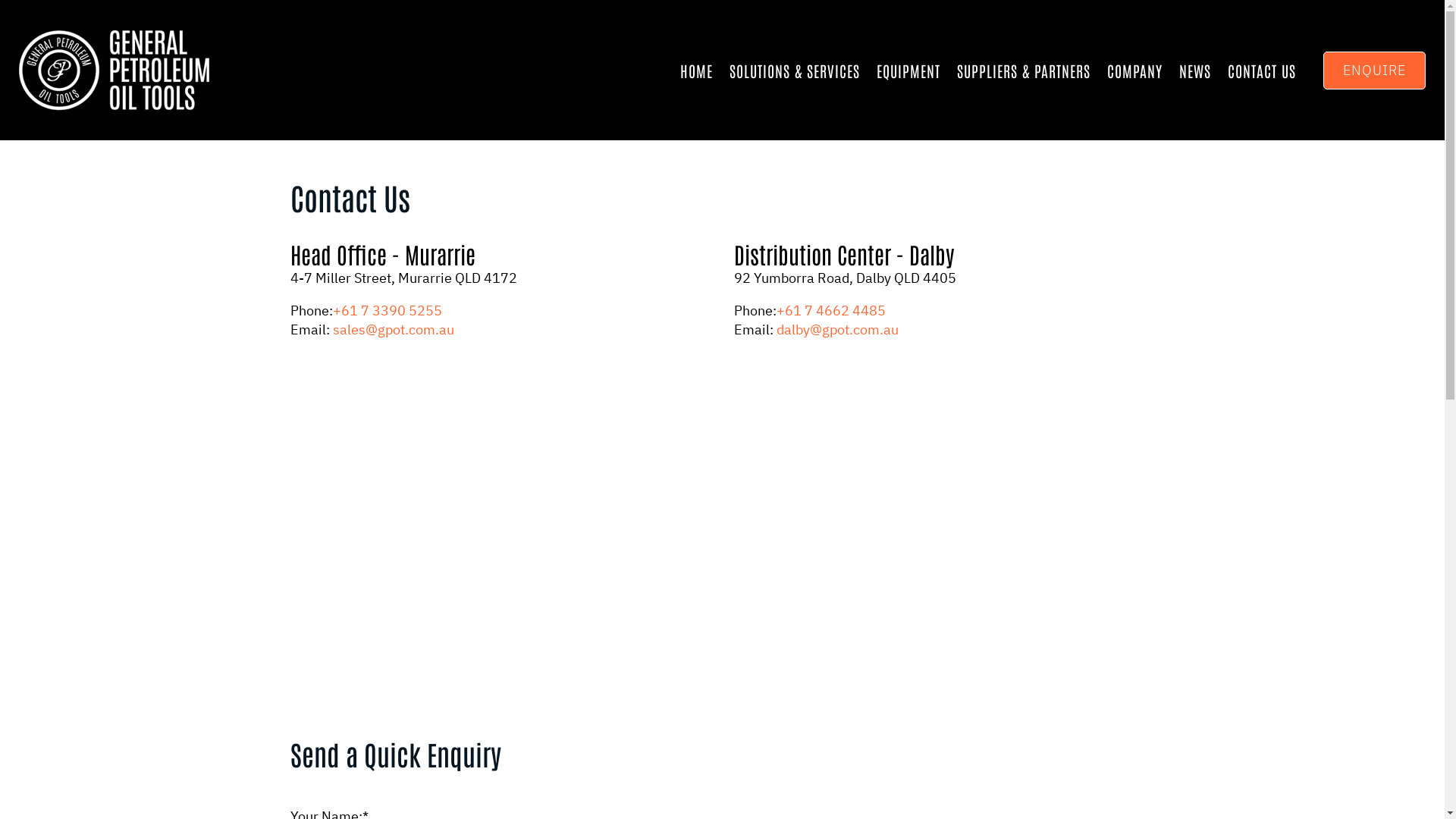 This screenshot has height=819, width=1456. I want to click on 'HOME', so click(695, 70).